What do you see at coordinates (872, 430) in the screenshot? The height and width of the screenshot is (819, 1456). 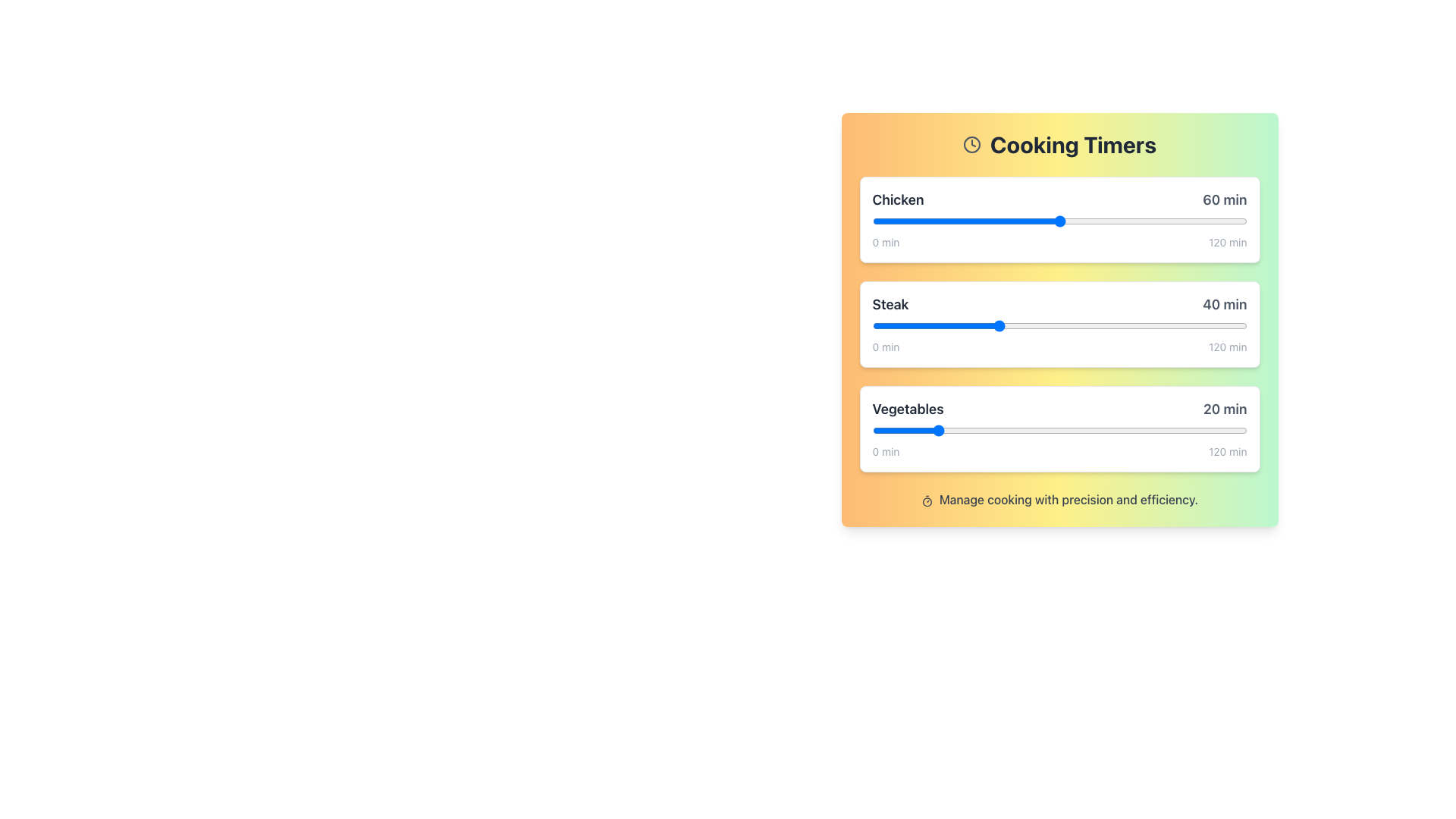 I see `the timer for vegetables` at bounding box center [872, 430].